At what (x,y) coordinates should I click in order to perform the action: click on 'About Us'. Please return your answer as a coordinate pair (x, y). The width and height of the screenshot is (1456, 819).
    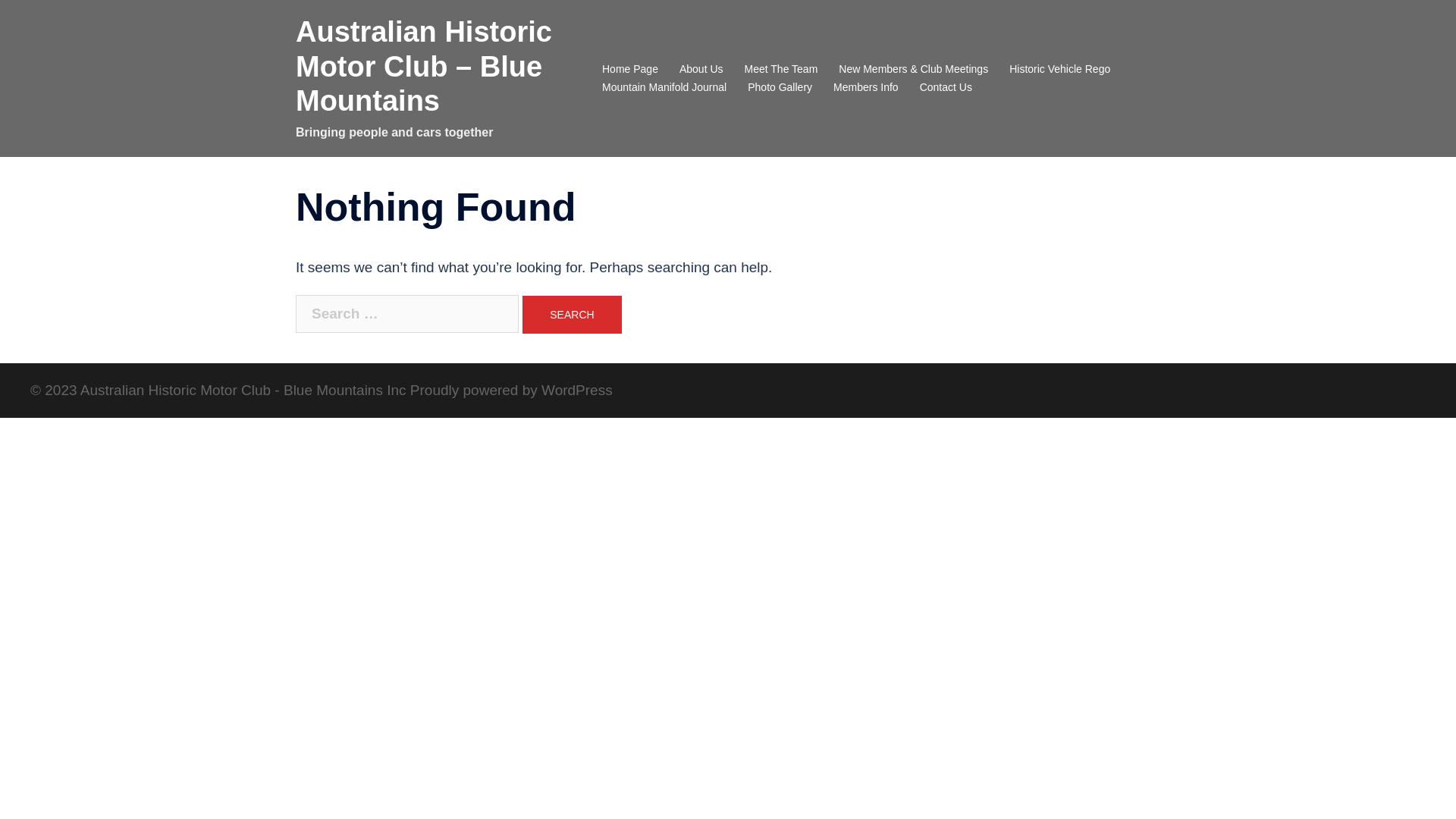
    Looking at the image, I should click on (679, 70).